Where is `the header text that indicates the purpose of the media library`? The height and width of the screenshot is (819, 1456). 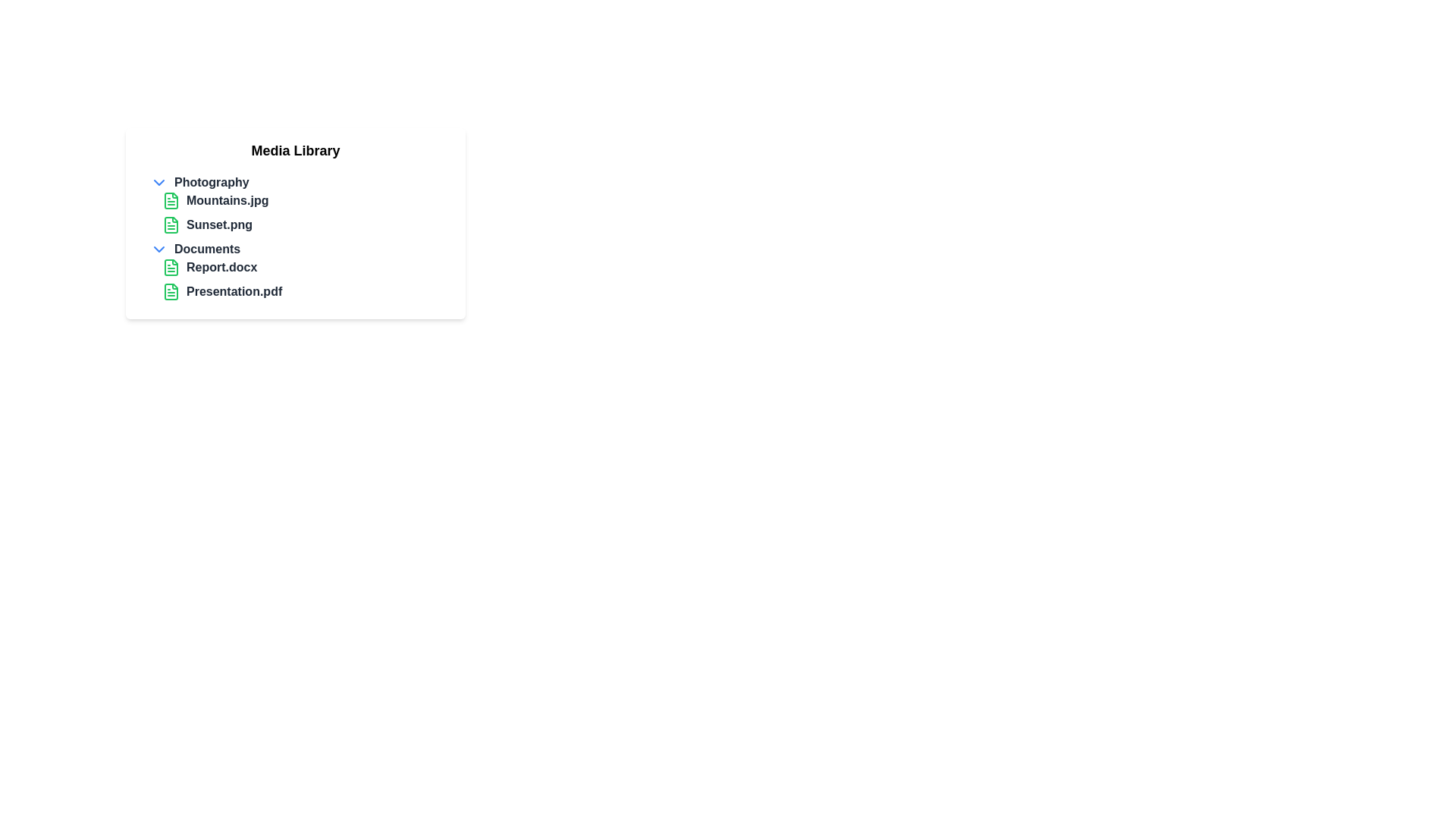 the header text that indicates the purpose of the media library is located at coordinates (295, 151).